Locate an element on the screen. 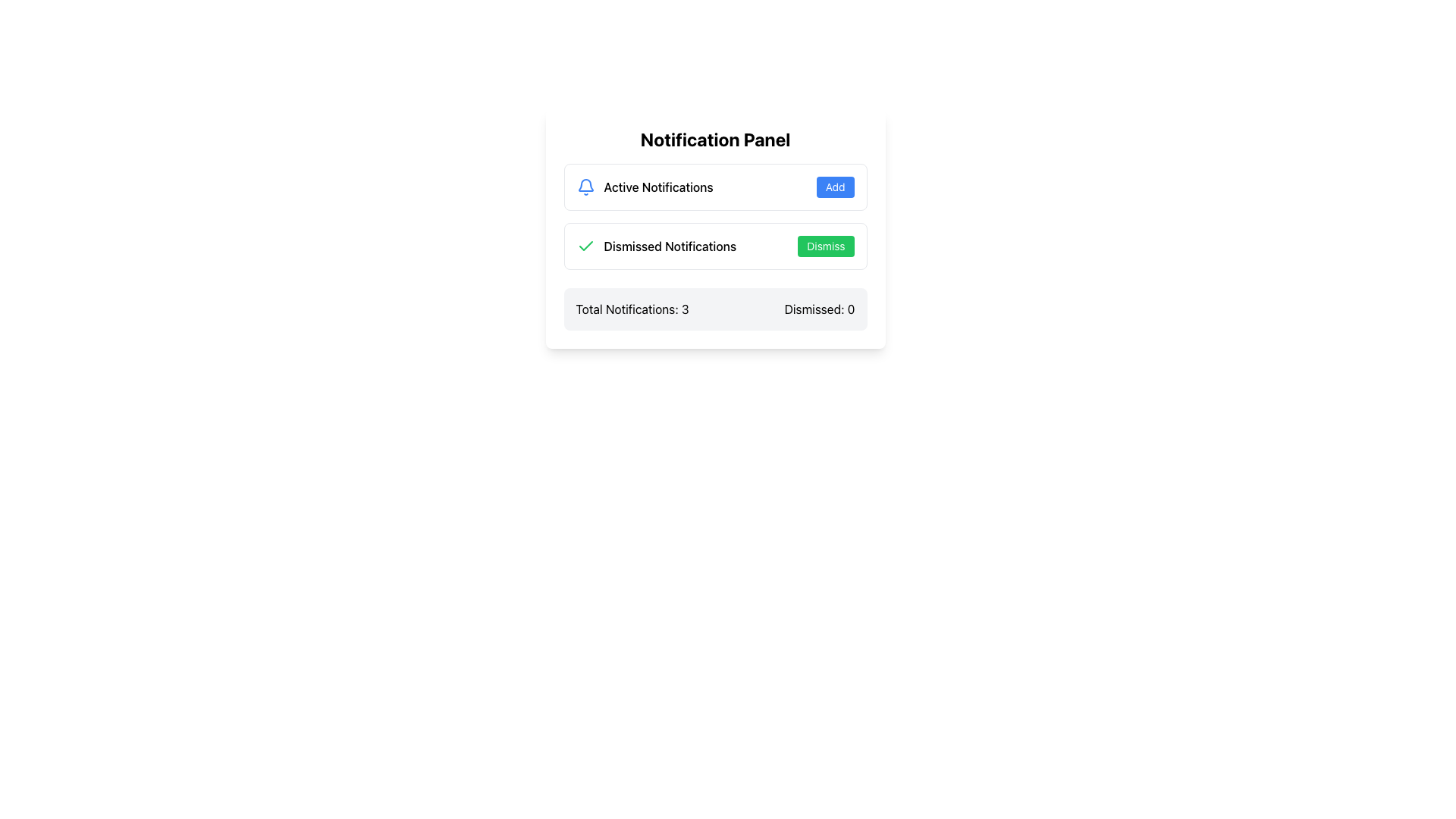  the Text Label that identifies a section related to dismissed notifications, located between a green checkmark icon and a green 'Dismiss' button is located at coordinates (669, 245).